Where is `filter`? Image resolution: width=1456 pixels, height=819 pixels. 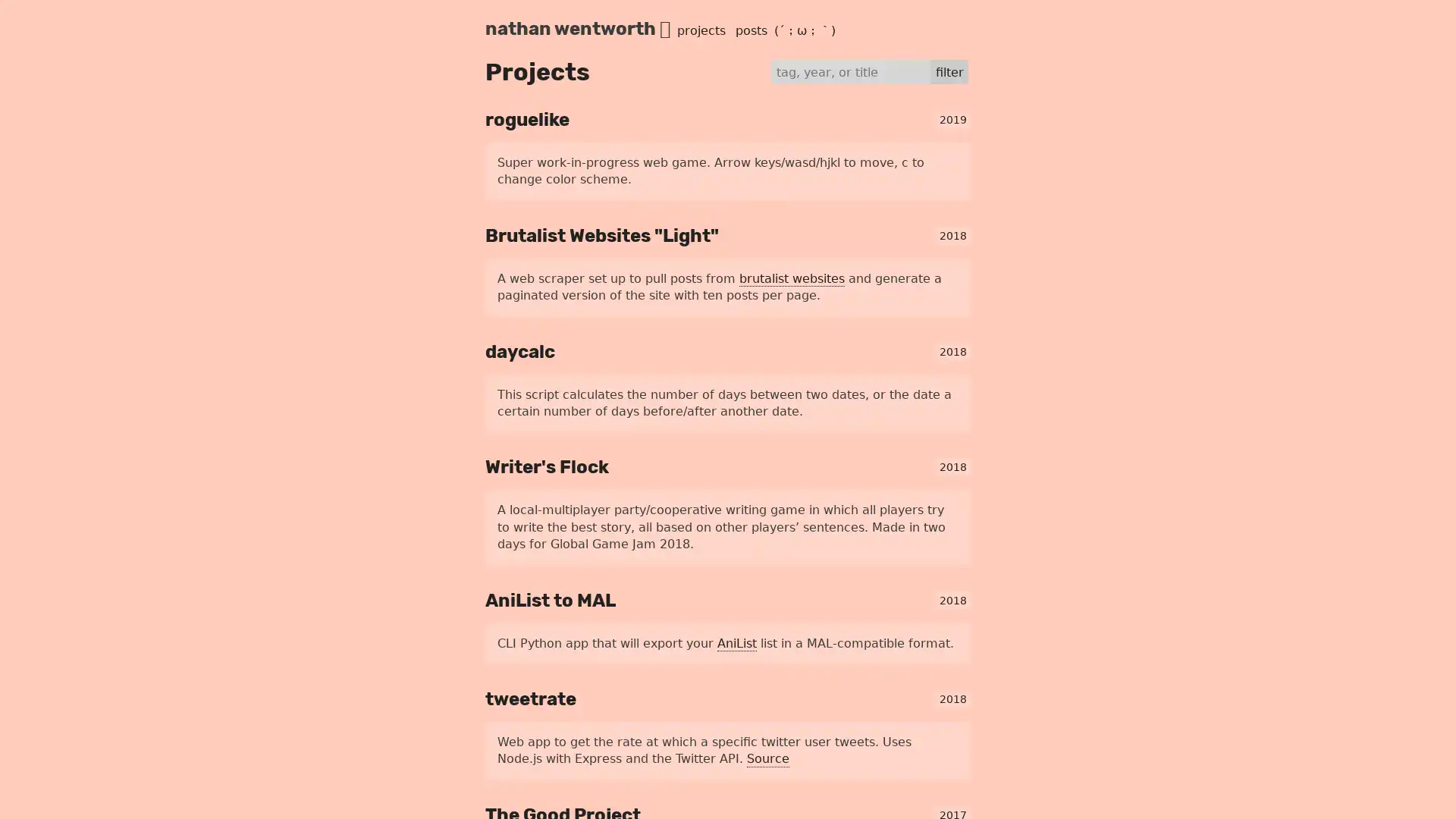 filter is located at coordinates (949, 71).